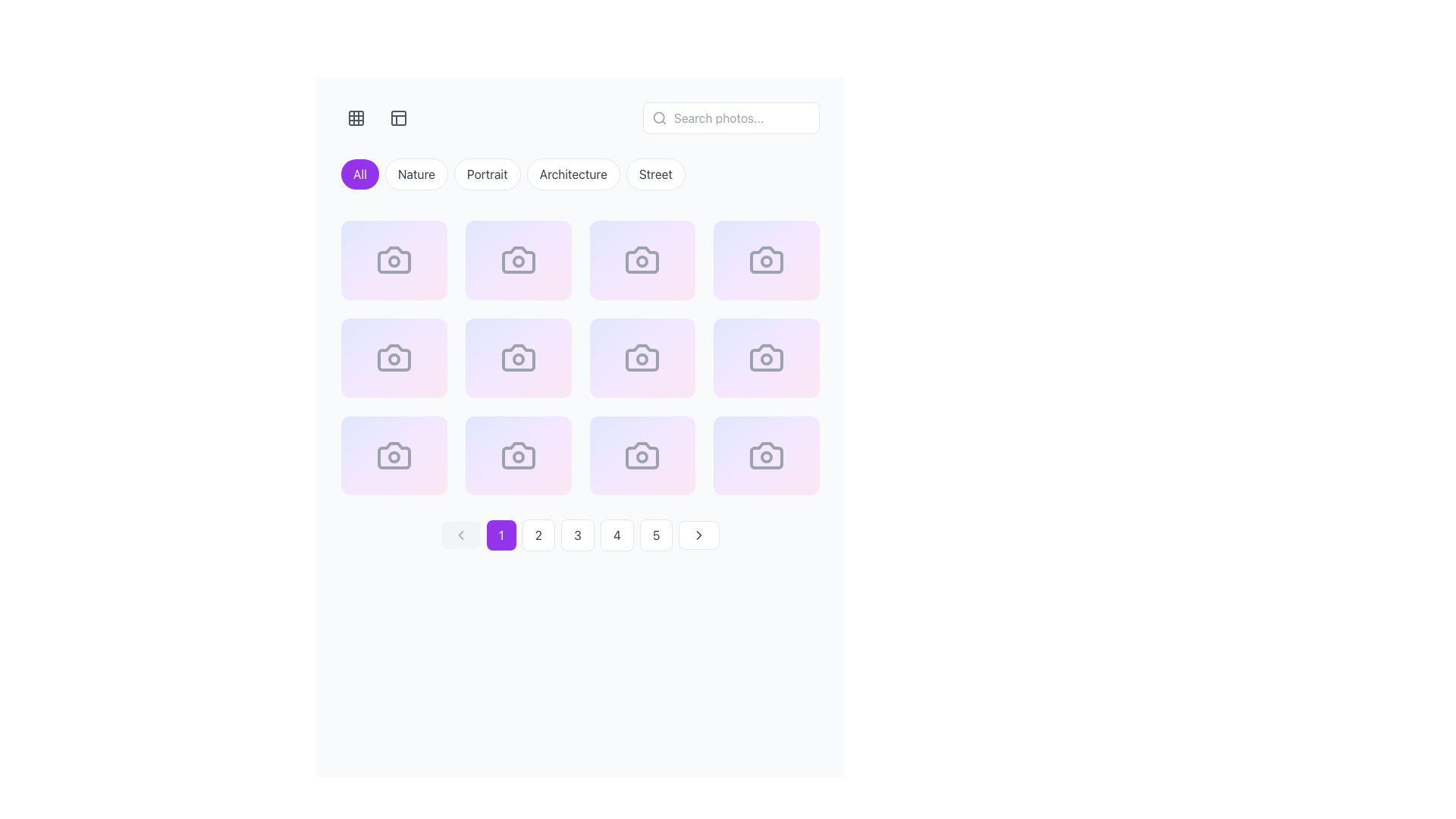  Describe the element at coordinates (767, 455) in the screenshot. I see `to select the Image Card, which is a rounded rectangle with a soft gradient background and a light gray camera icon at its center, located in the last column of the last row of the grid layout` at that location.